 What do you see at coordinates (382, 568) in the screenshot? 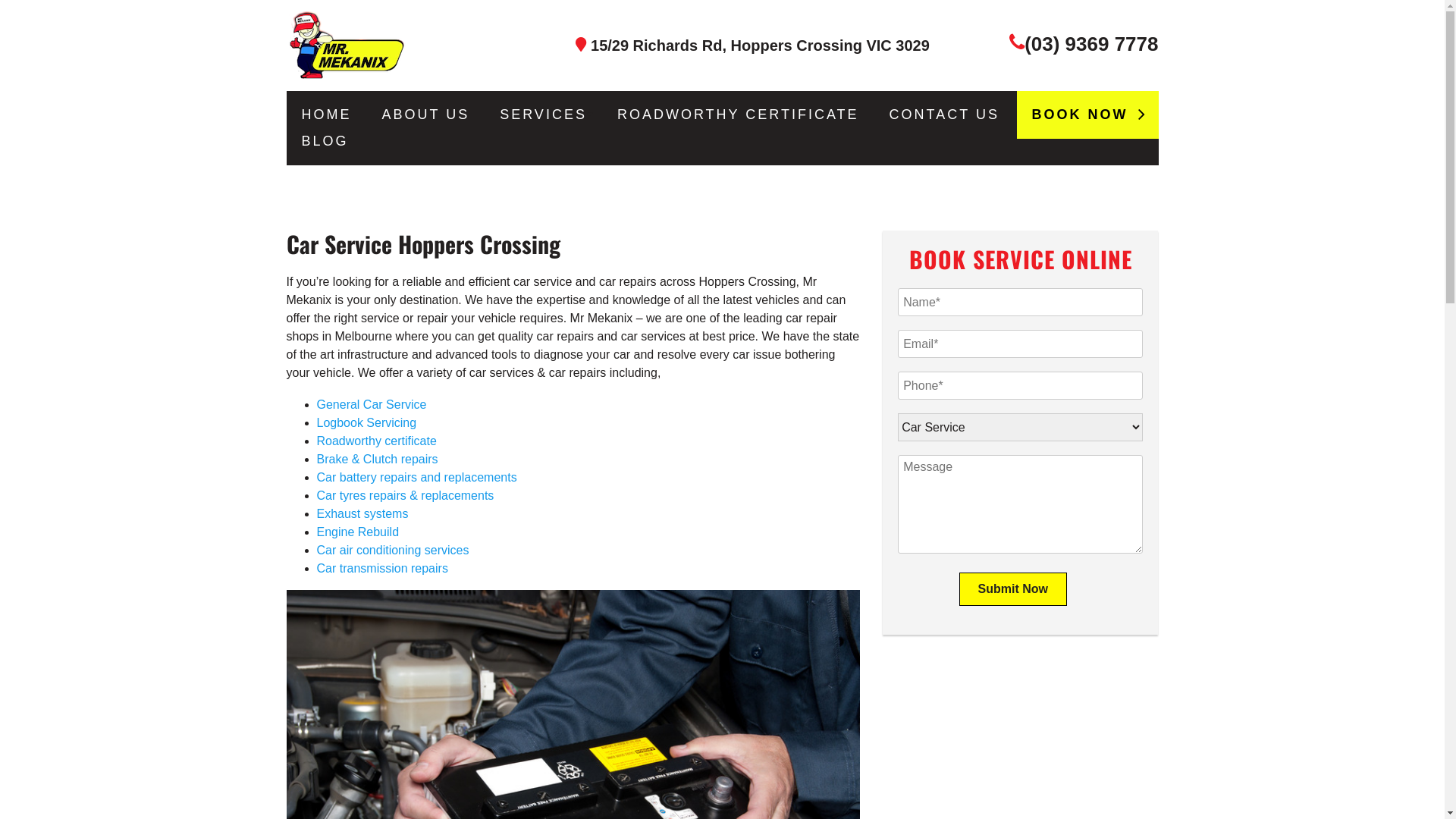
I see `'Car transmission repairs'` at bounding box center [382, 568].